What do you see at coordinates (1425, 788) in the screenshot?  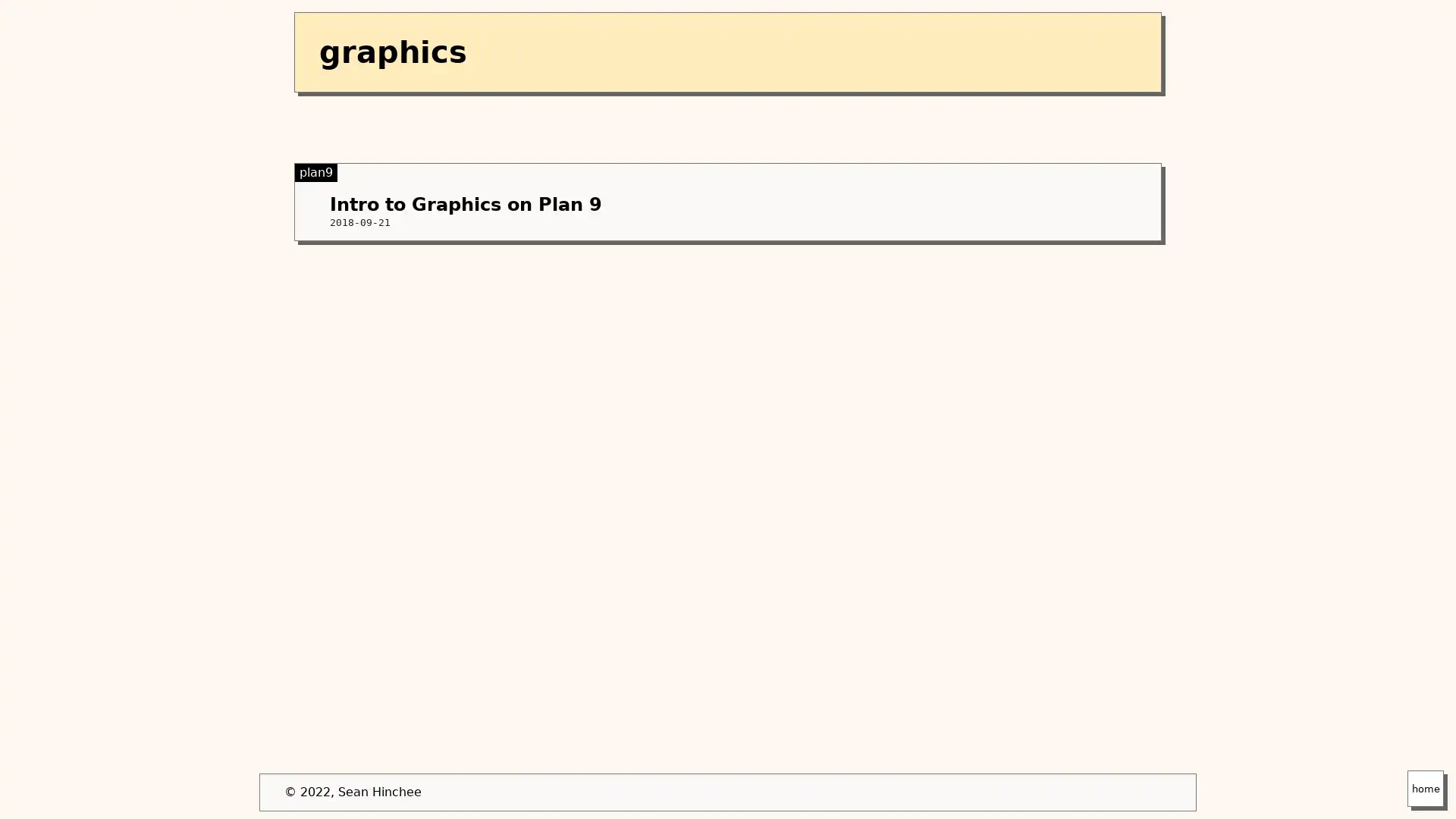 I see `home` at bounding box center [1425, 788].